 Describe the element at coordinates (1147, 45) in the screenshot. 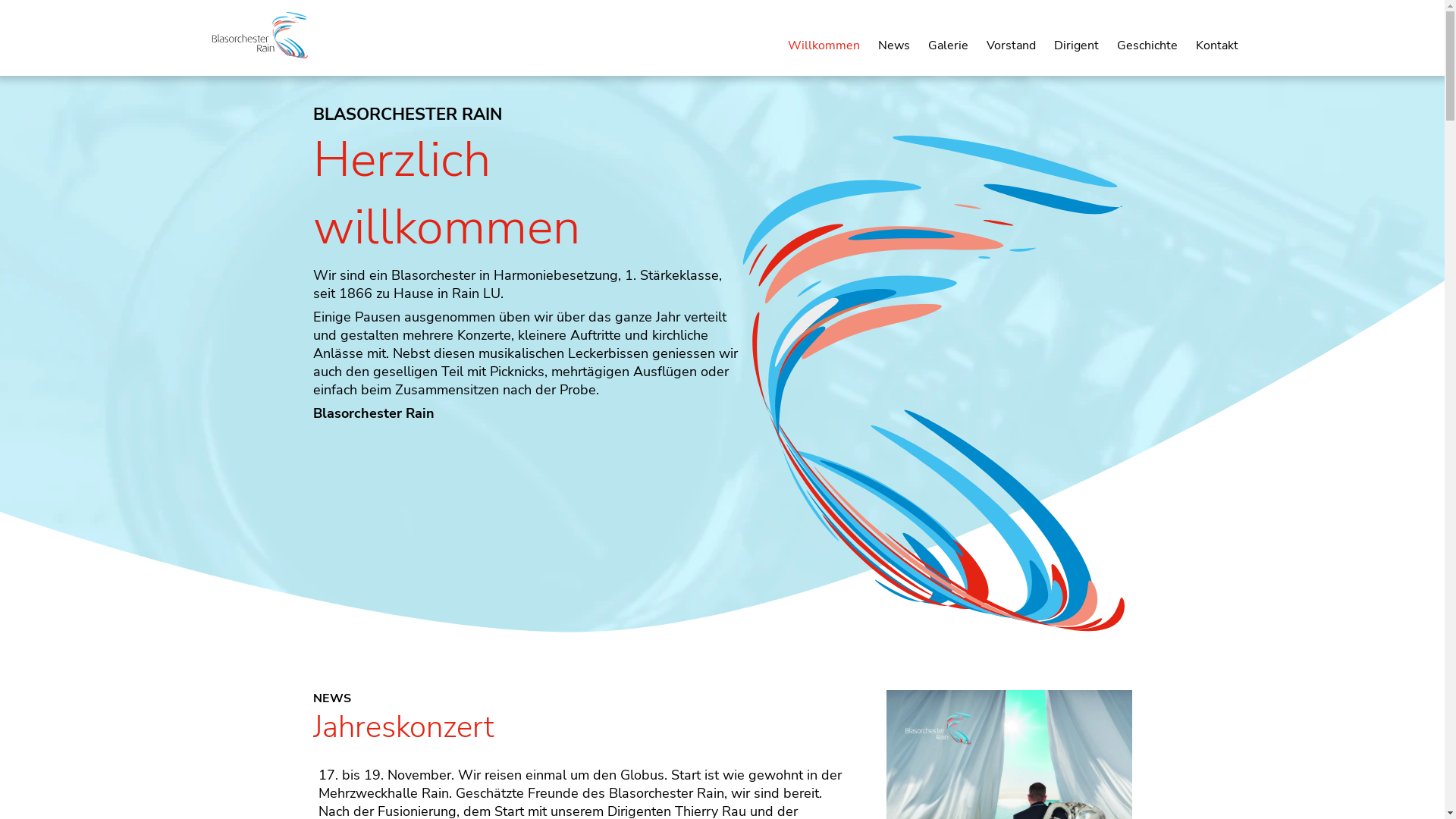

I see `'Geschichte'` at that location.